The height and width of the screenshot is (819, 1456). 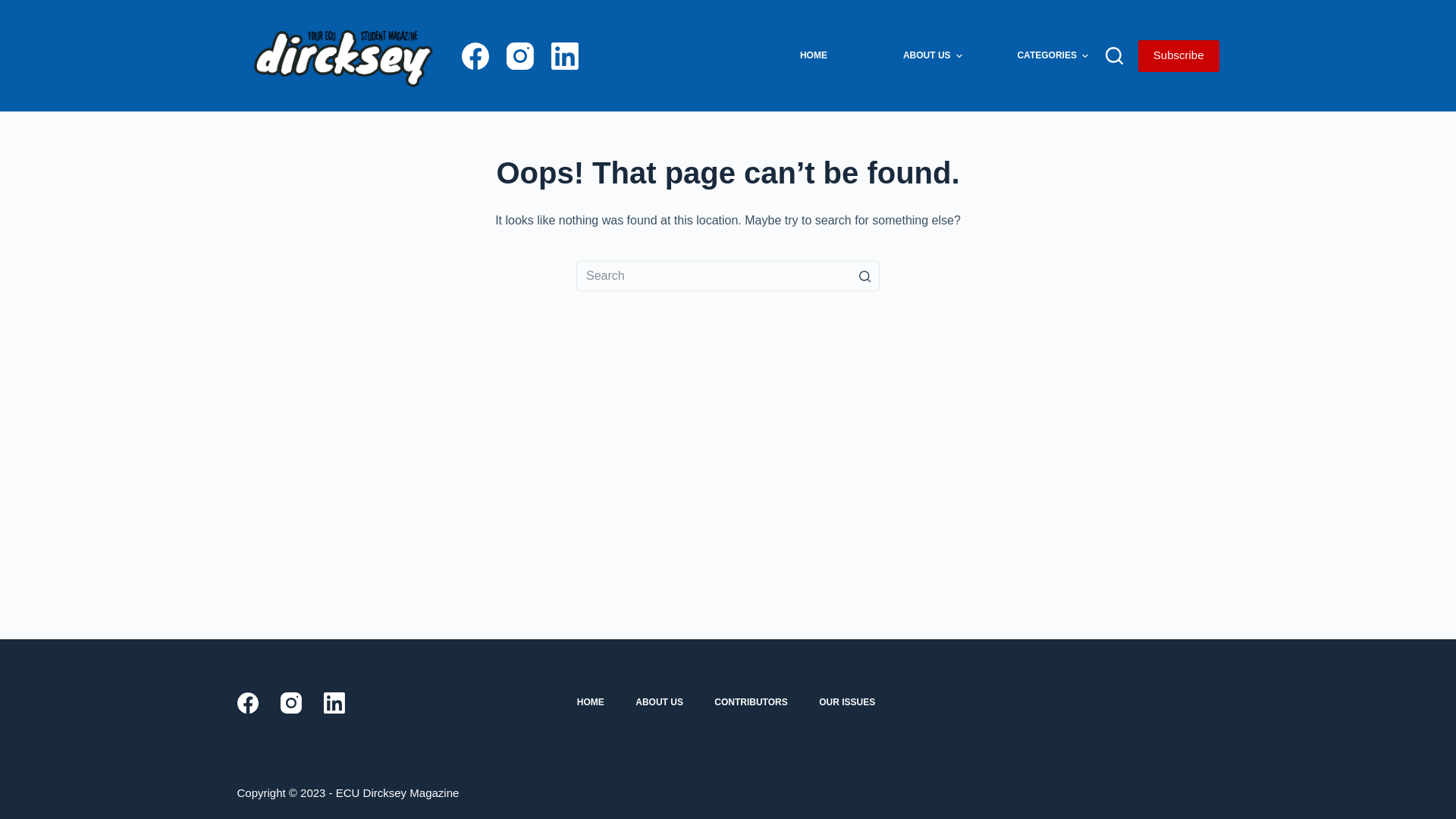 I want to click on 'Subscribe', so click(x=1178, y=55).